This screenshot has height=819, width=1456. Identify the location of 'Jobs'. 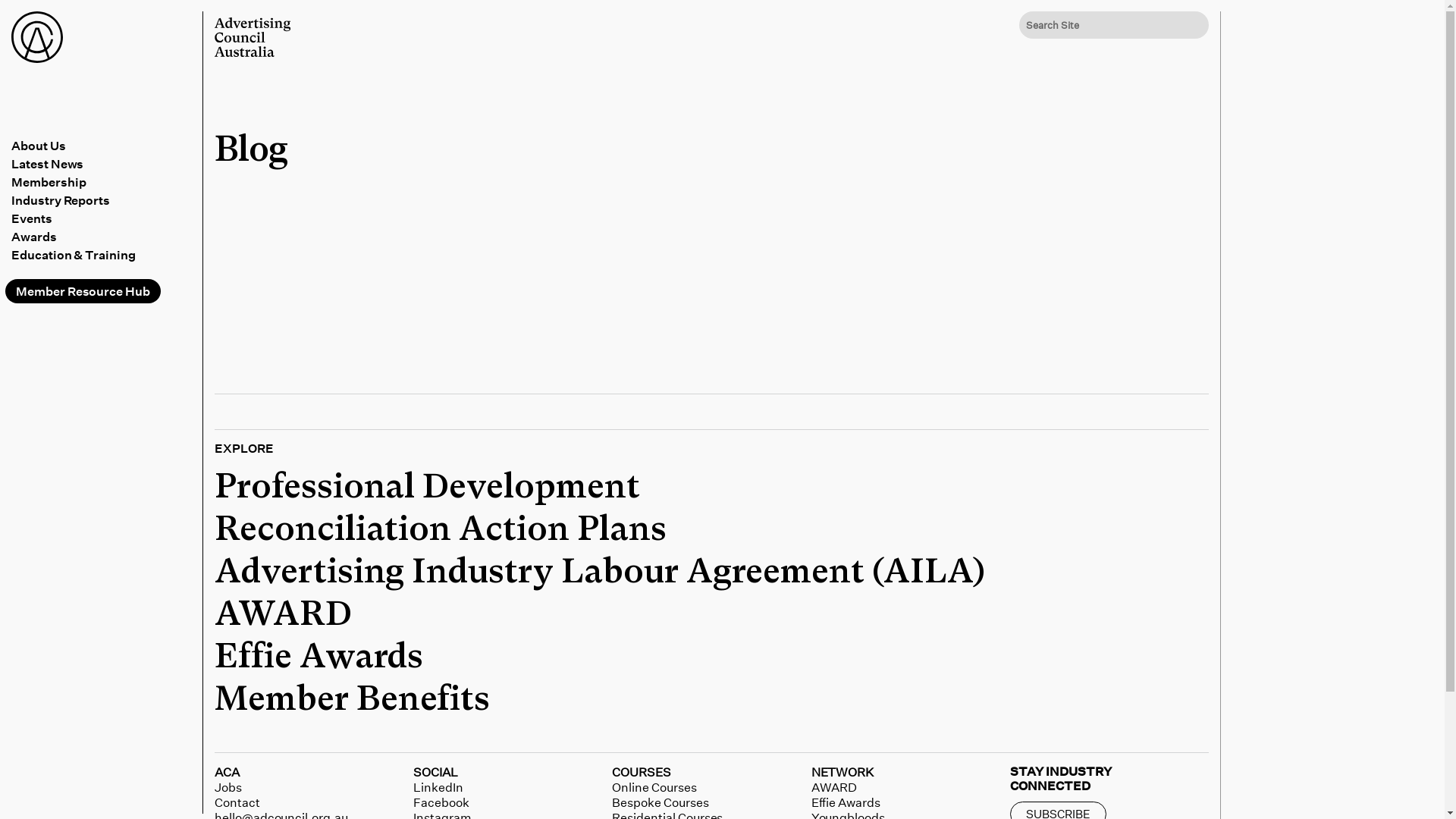
(214, 786).